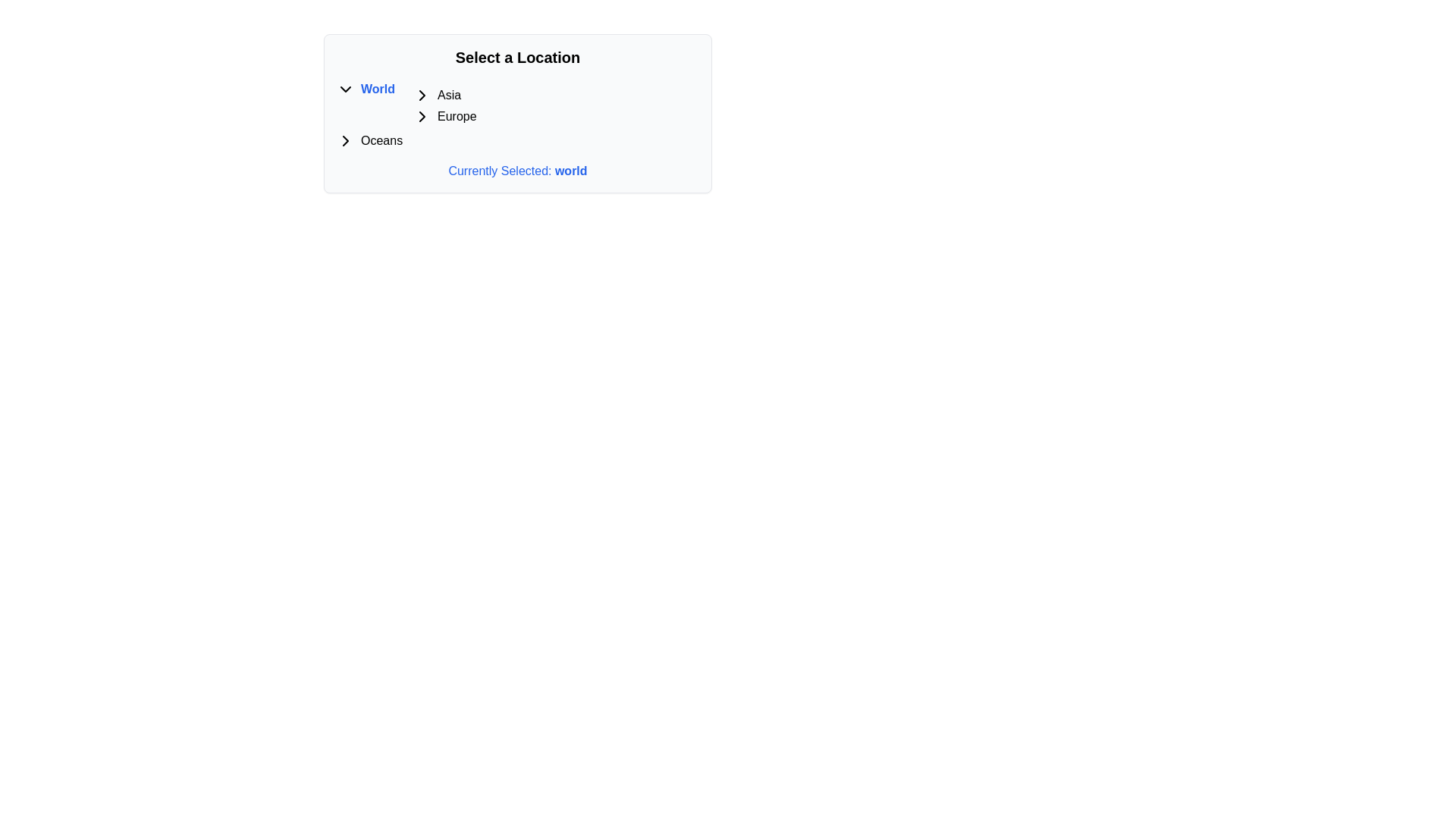  I want to click on the 'Asia' clickable text label, so click(444, 96).